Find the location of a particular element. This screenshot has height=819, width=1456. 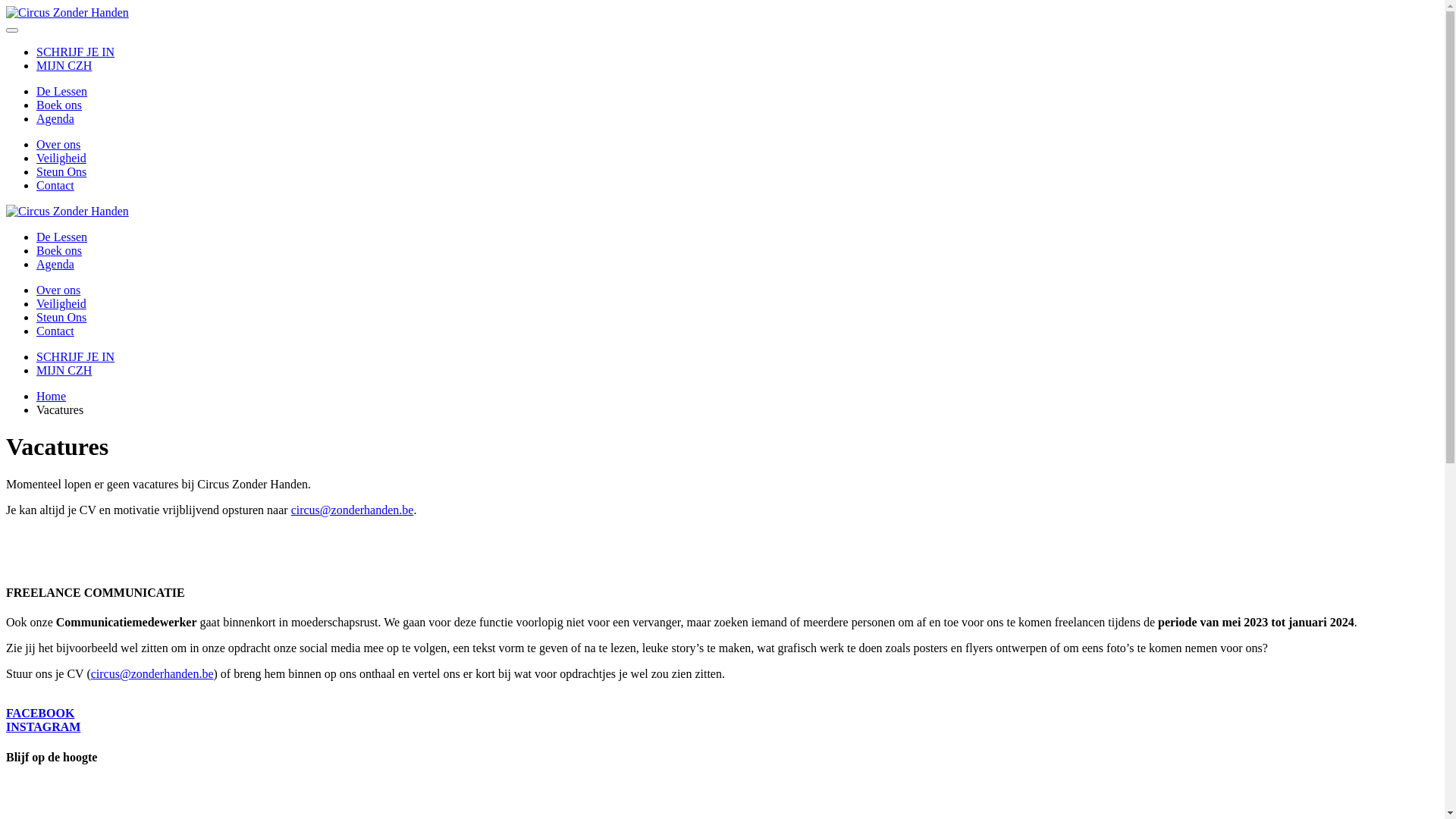

'Steun Ons' is located at coordinates (61, 316).